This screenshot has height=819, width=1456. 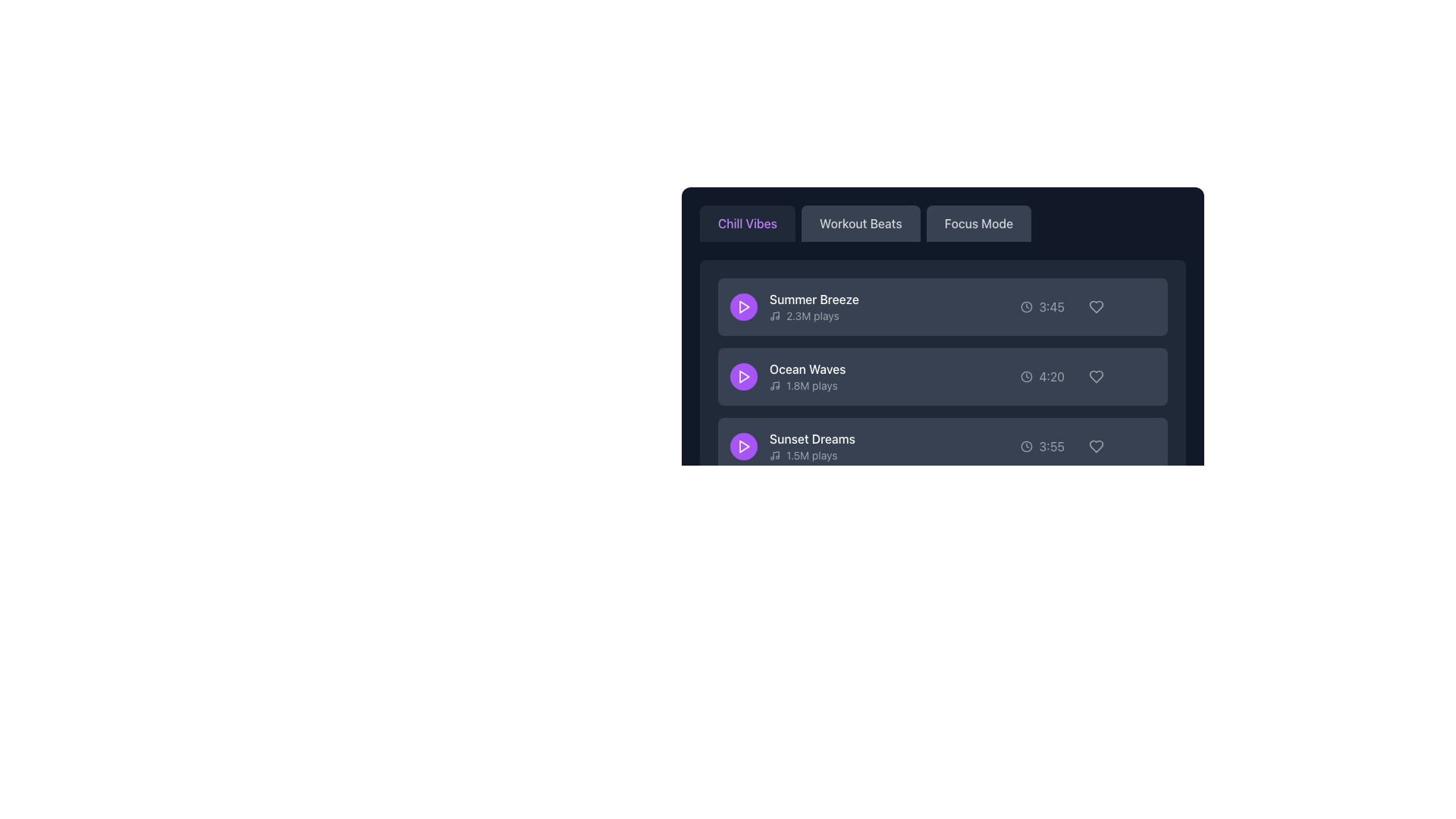 I want to click on the music note icon located to the left of the text '2.3M plays' in the track 'Summer Breeze', so click(x=775, y=315).